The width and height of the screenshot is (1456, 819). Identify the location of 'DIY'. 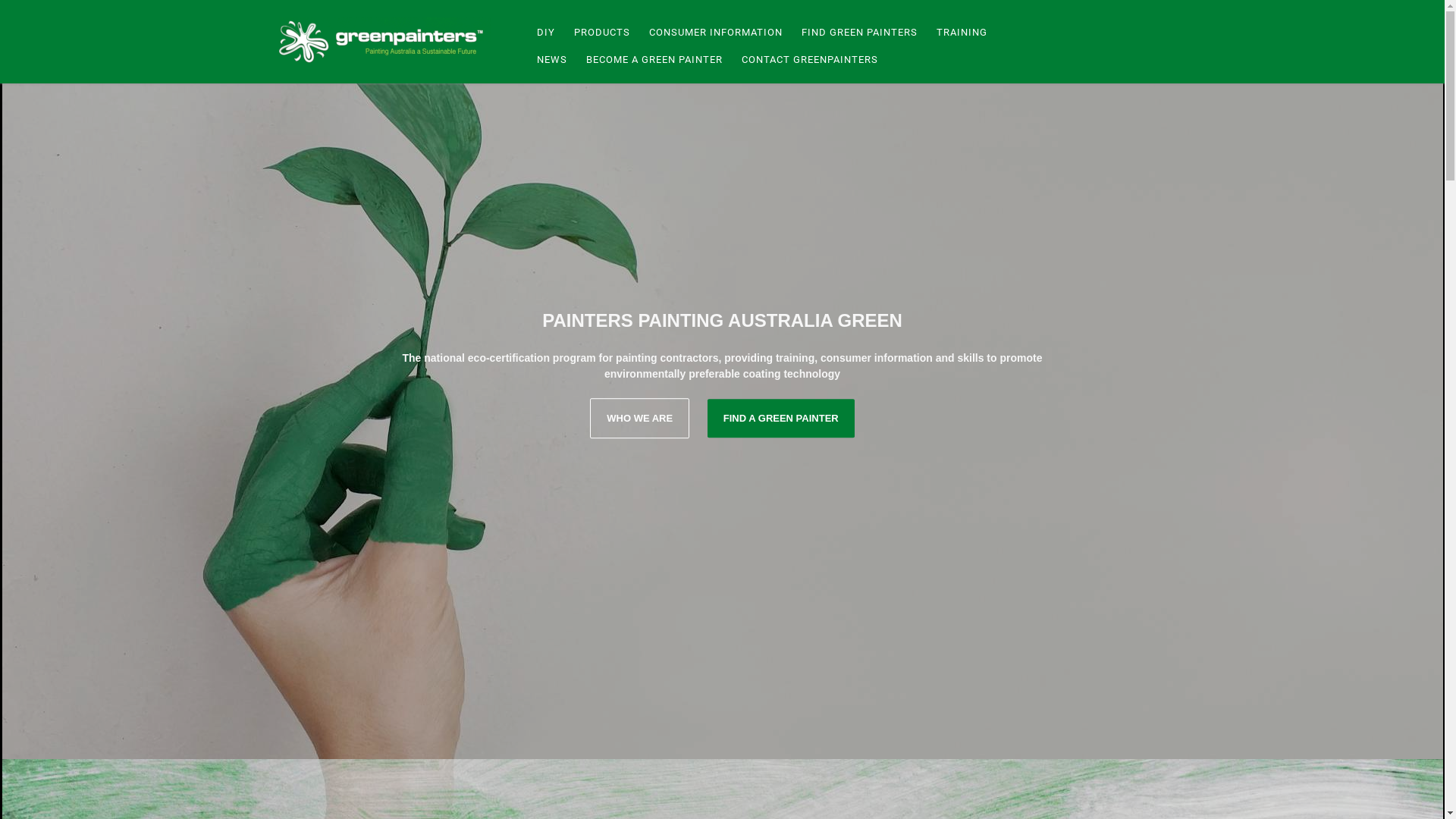
(543, 32).